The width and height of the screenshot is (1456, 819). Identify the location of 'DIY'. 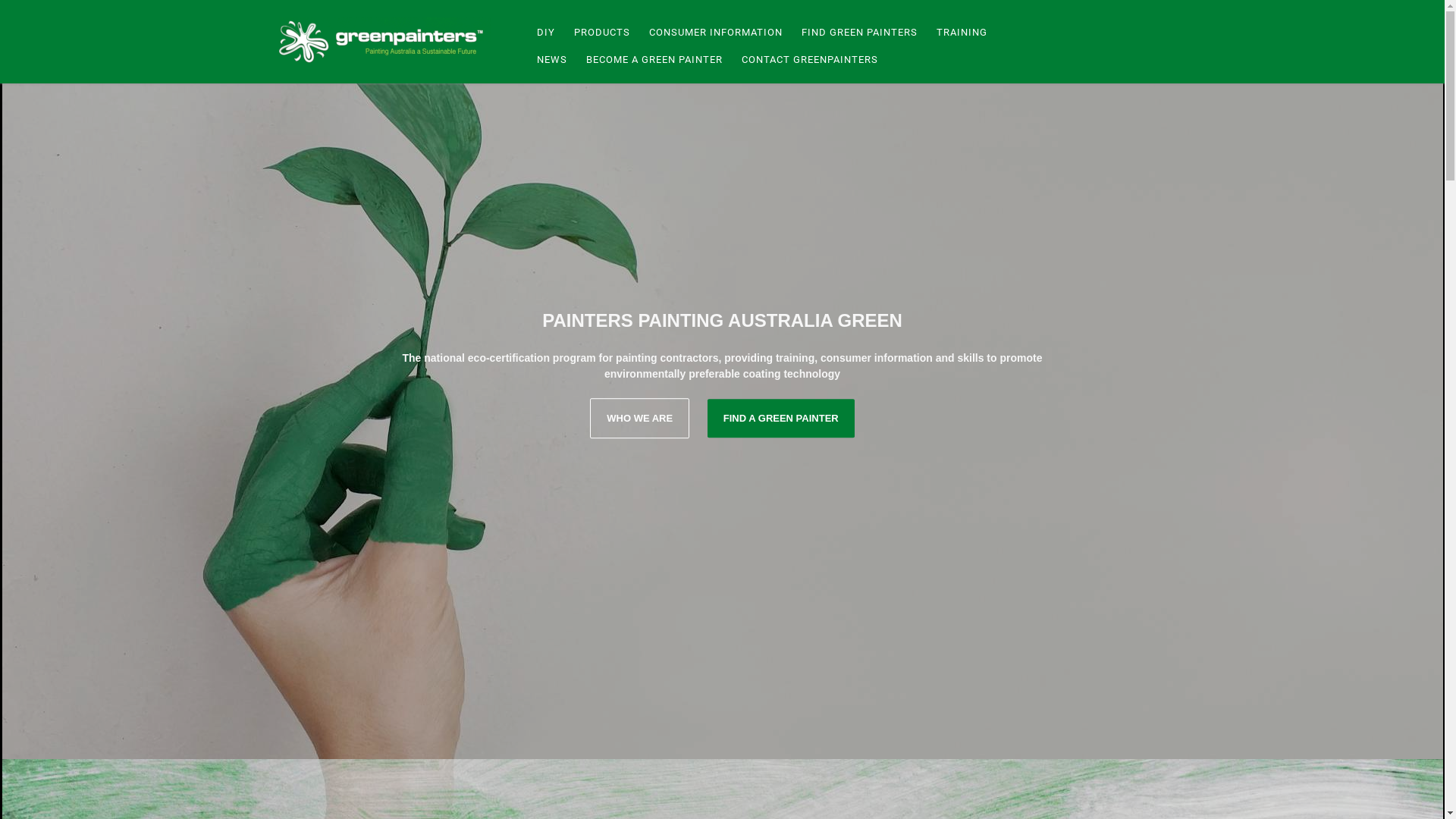
(543, 32).